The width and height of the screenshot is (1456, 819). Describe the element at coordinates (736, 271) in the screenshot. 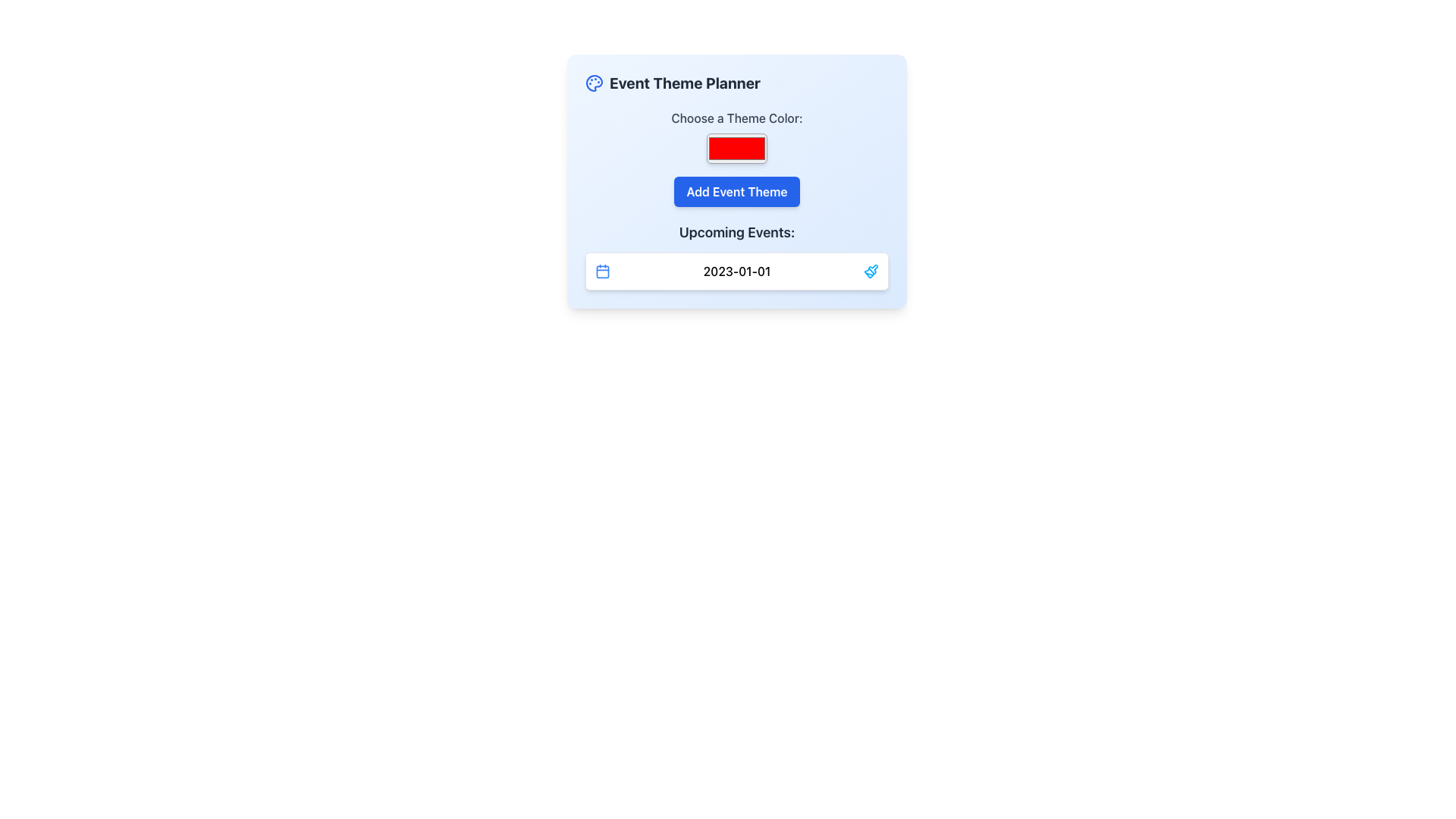

I see `the Display Section that shows the date associated with an event, located below the 'Upcoming Events:' label in a white box` at that location.